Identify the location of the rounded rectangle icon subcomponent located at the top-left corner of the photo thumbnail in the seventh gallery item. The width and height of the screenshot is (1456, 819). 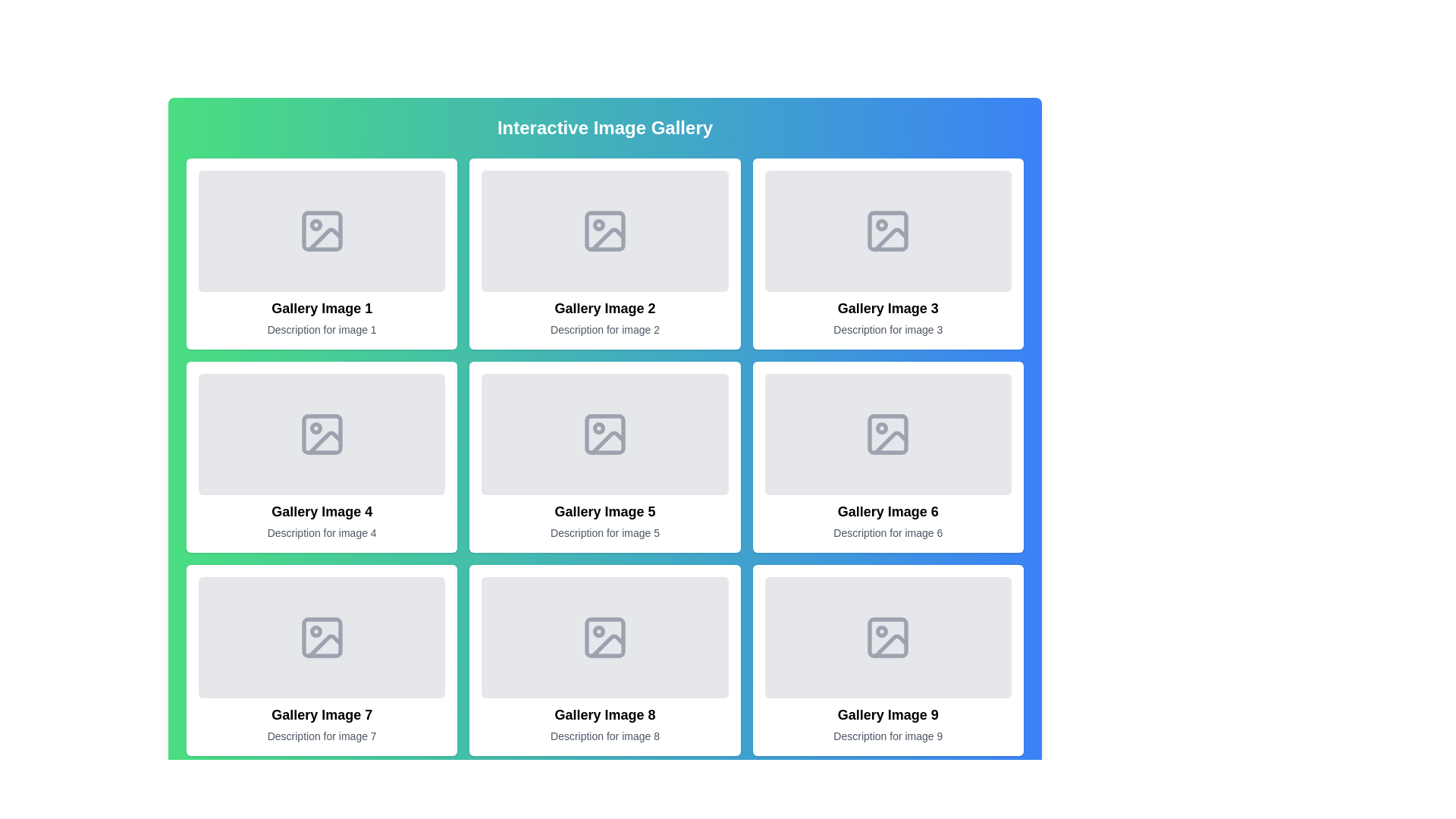
(321, 637).